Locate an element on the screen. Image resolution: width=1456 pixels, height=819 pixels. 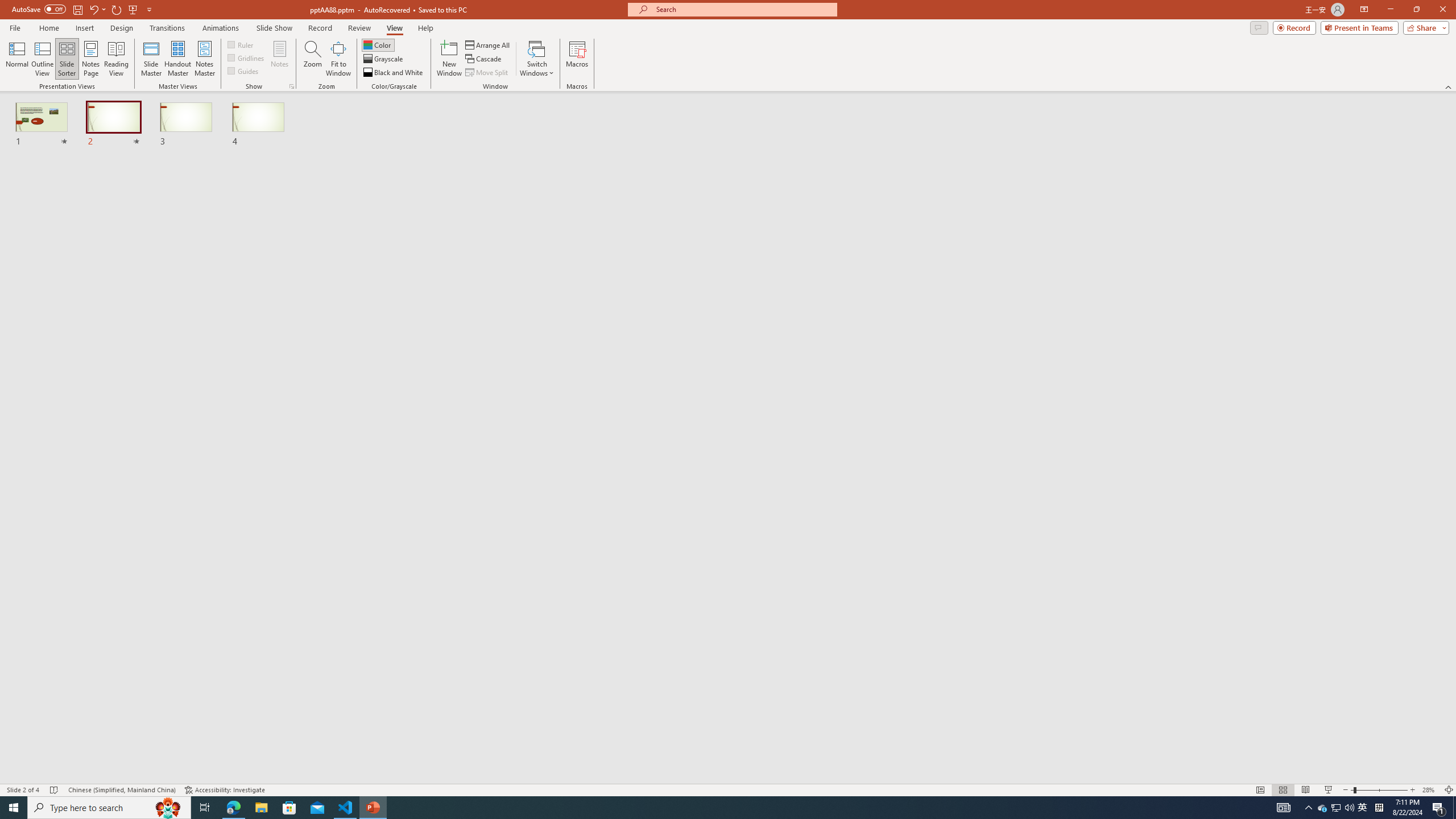
'Ruler' is located at coordinates (241, 44).